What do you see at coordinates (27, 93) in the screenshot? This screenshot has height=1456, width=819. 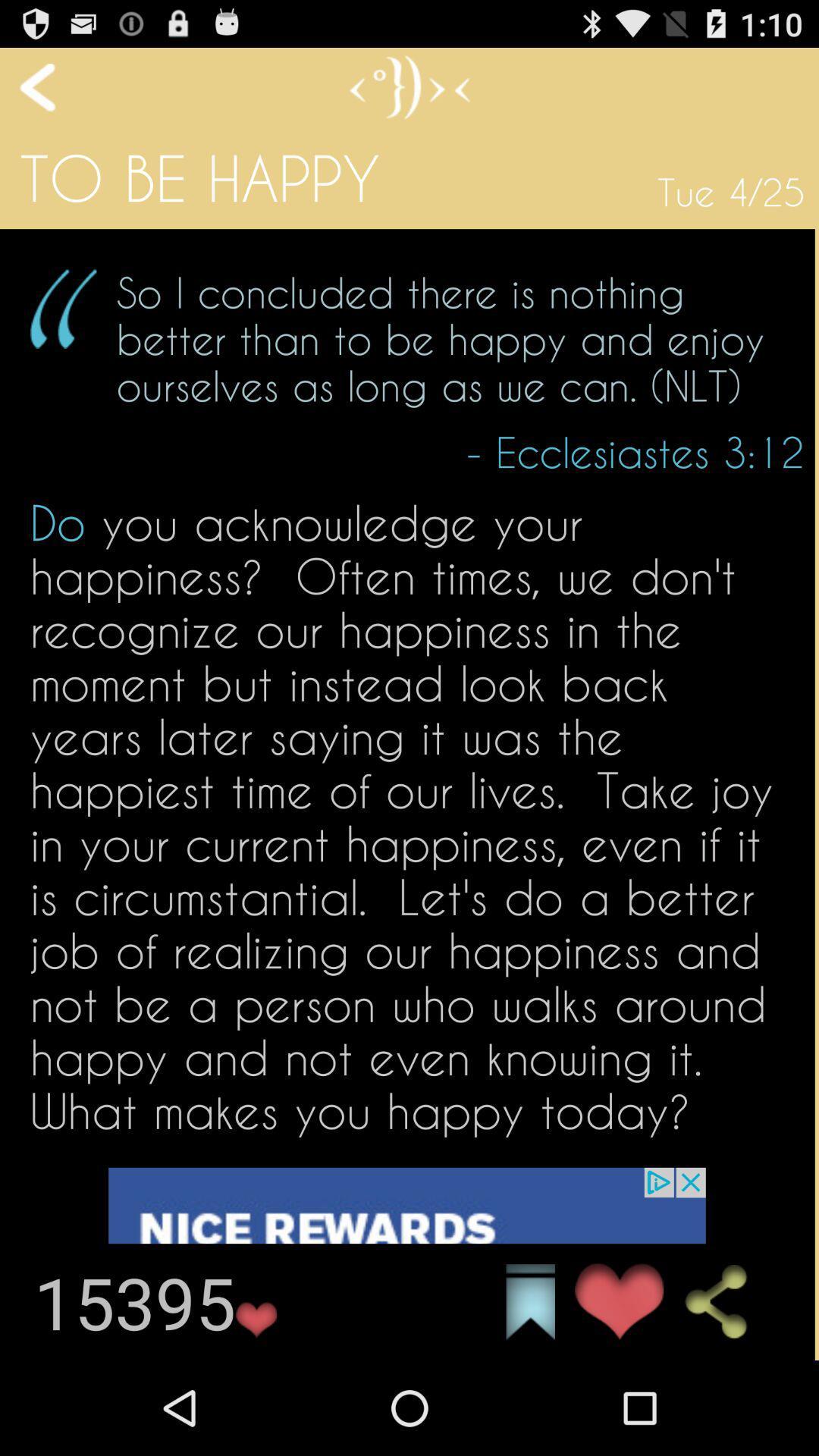 I see `the arrow_backward icon` at bounding box center [27, 93].